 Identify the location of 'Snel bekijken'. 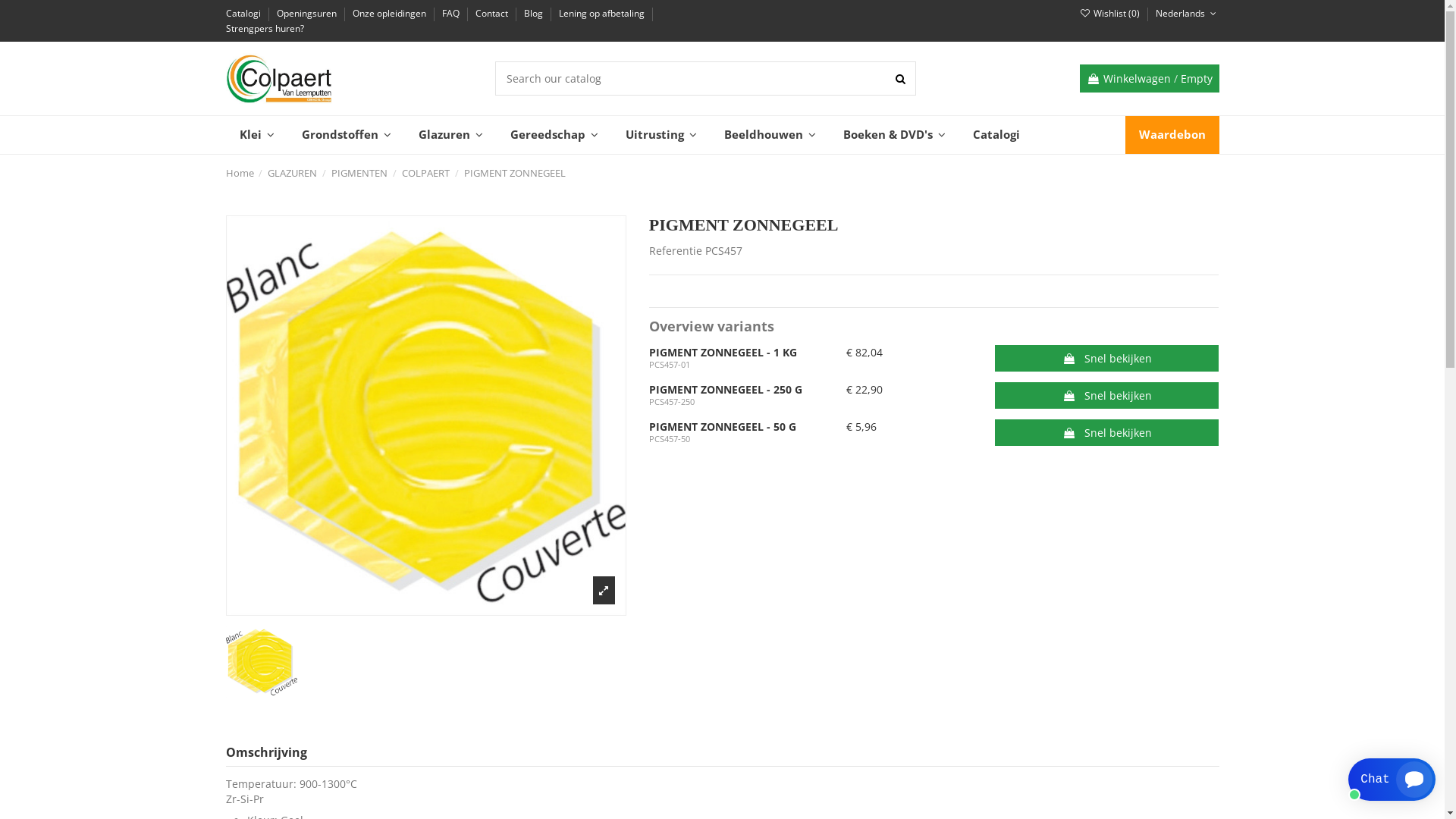
(1106, 394).